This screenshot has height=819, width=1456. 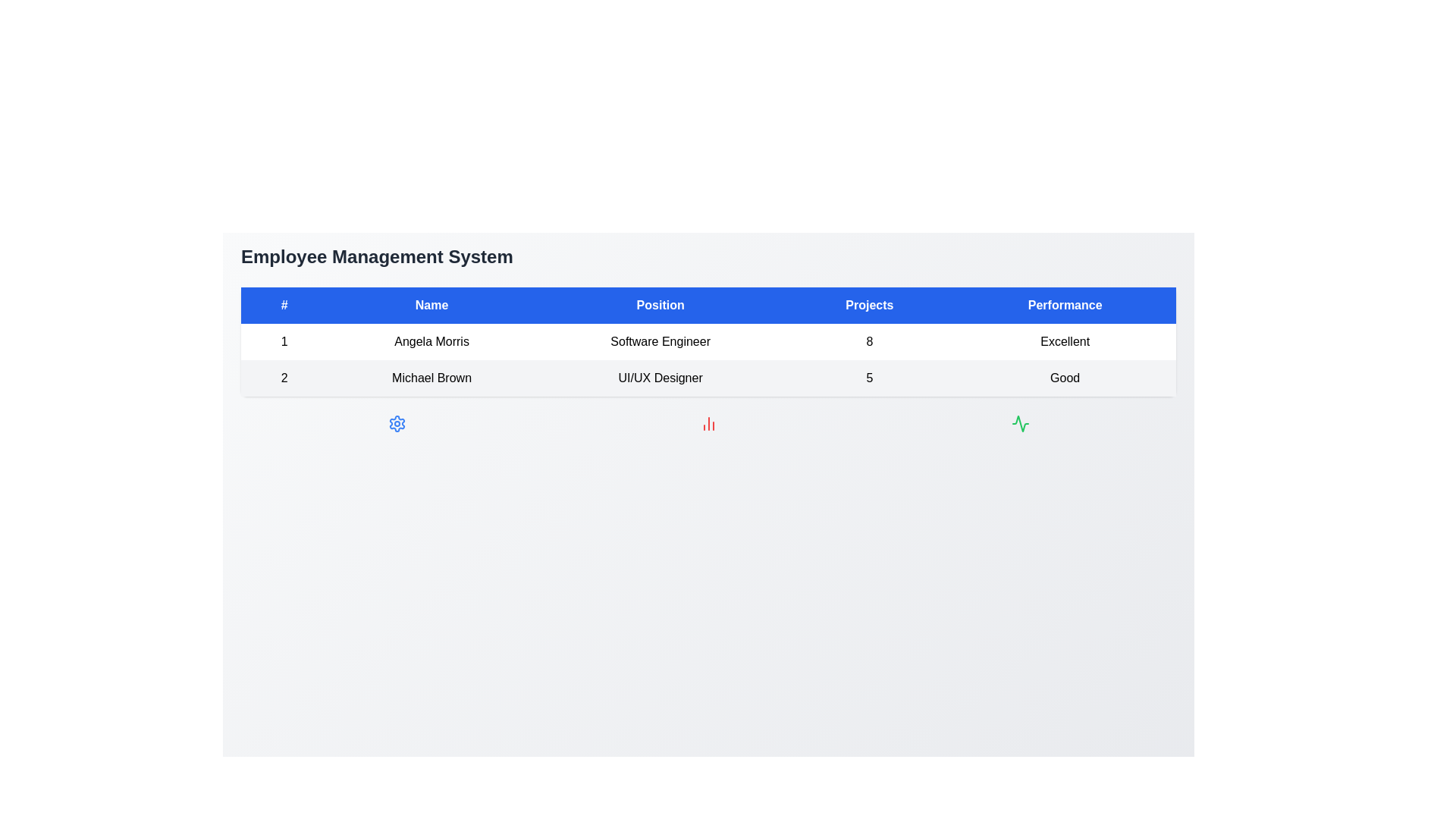 What do you see at coordinates (661, 377) in the screenshot?
I see `text label displaying 'UI/UX Designer' in the second row of the Employee Management System table, which corresponds to Michael Brown's position` at bounding box center [661, 377].